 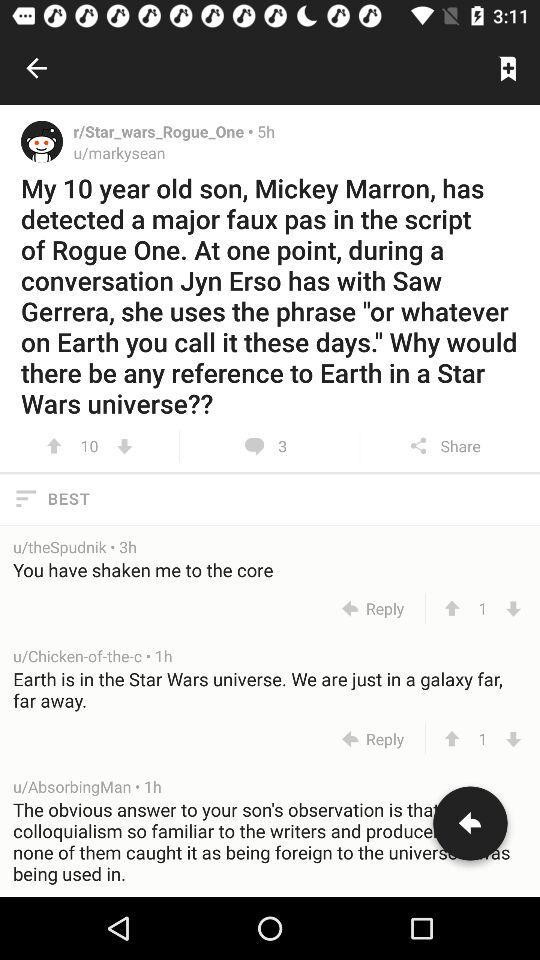 What do you see at coordinates (164, 130) in the screenshot?
I see `item above u/markysean` at bounding box center [164, 130].